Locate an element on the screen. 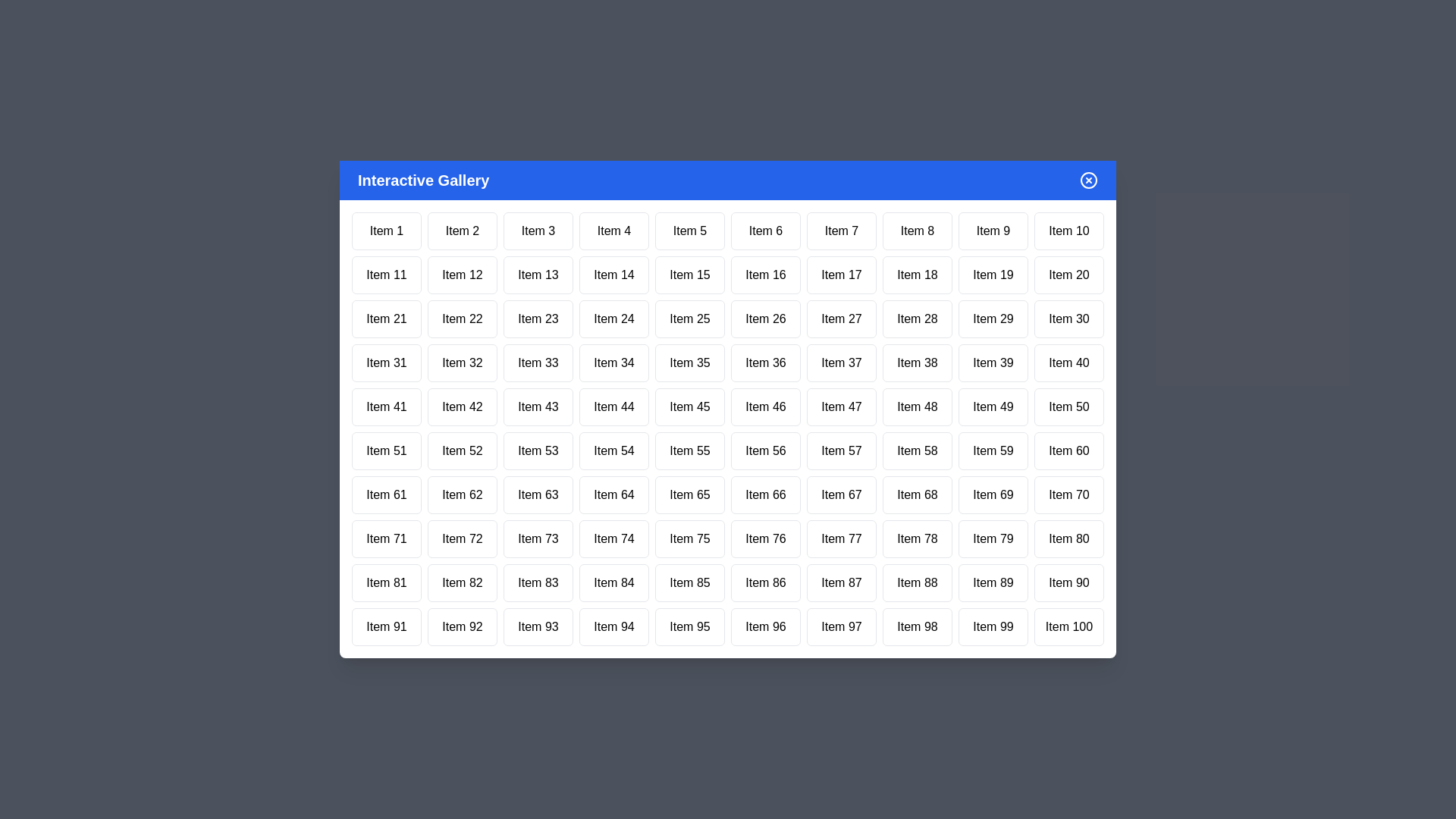 The width and height of the screenshot is (1456, 819). the close button in the header to close the dialog is located at coordinates (1087, 180).